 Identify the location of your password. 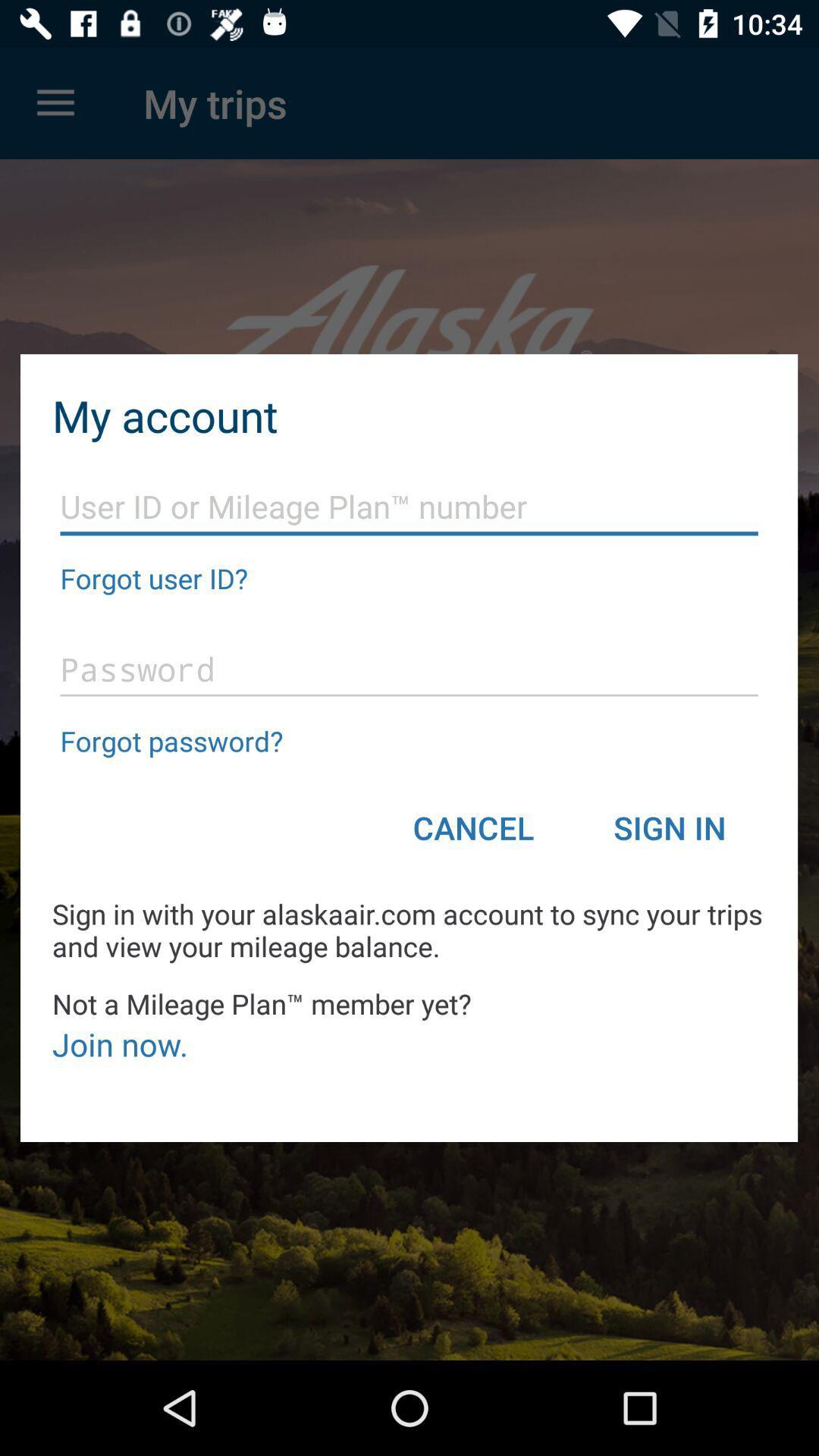
(408, 669).